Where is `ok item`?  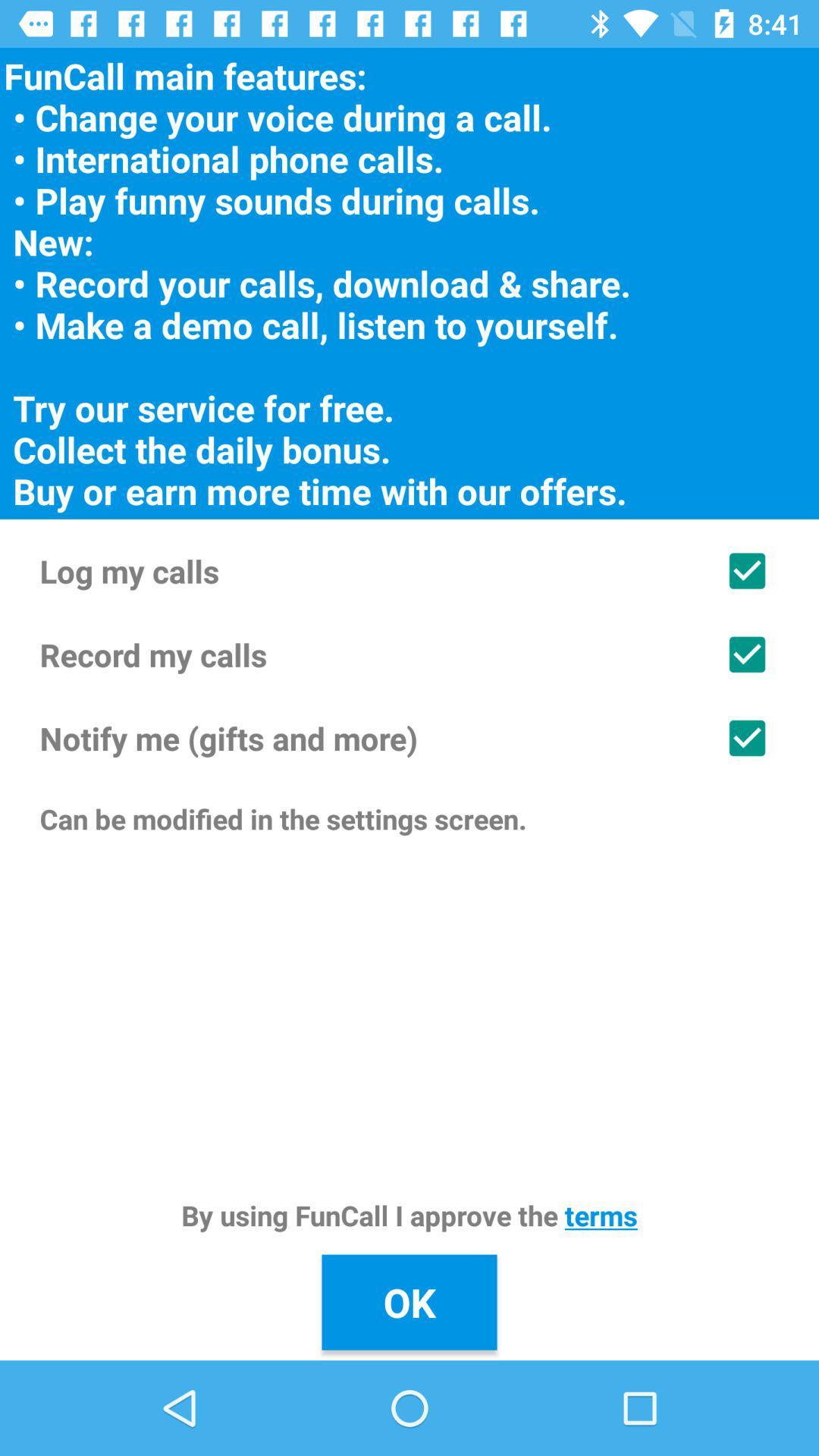
ok item is located at coordinates (409, 1301).